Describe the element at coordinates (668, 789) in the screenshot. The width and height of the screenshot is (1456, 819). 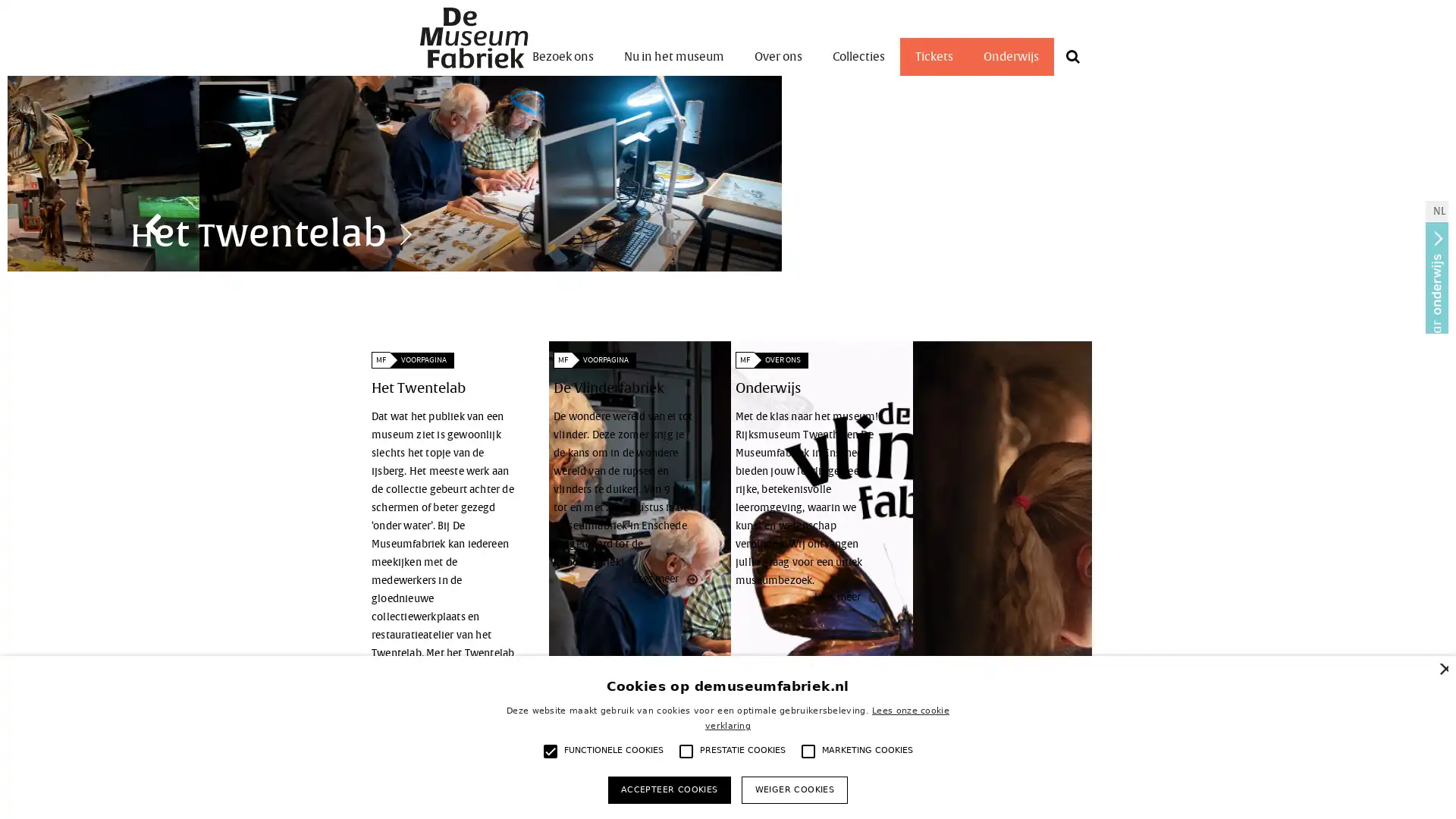
I see `ACCEPTEER COOKIES` at that location.